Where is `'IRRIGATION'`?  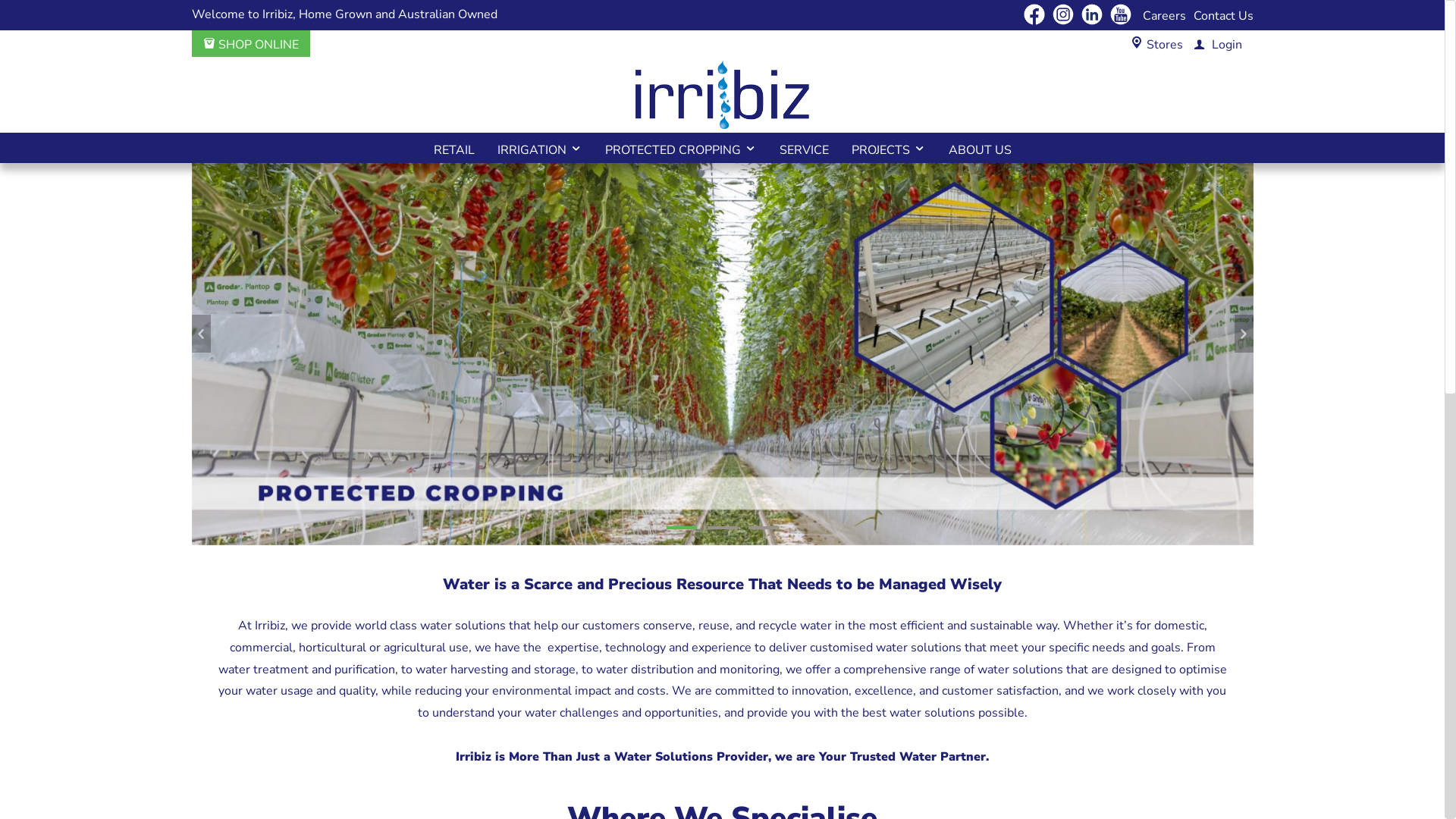
'IRRIGATION' is located at coordinates (538, 148).